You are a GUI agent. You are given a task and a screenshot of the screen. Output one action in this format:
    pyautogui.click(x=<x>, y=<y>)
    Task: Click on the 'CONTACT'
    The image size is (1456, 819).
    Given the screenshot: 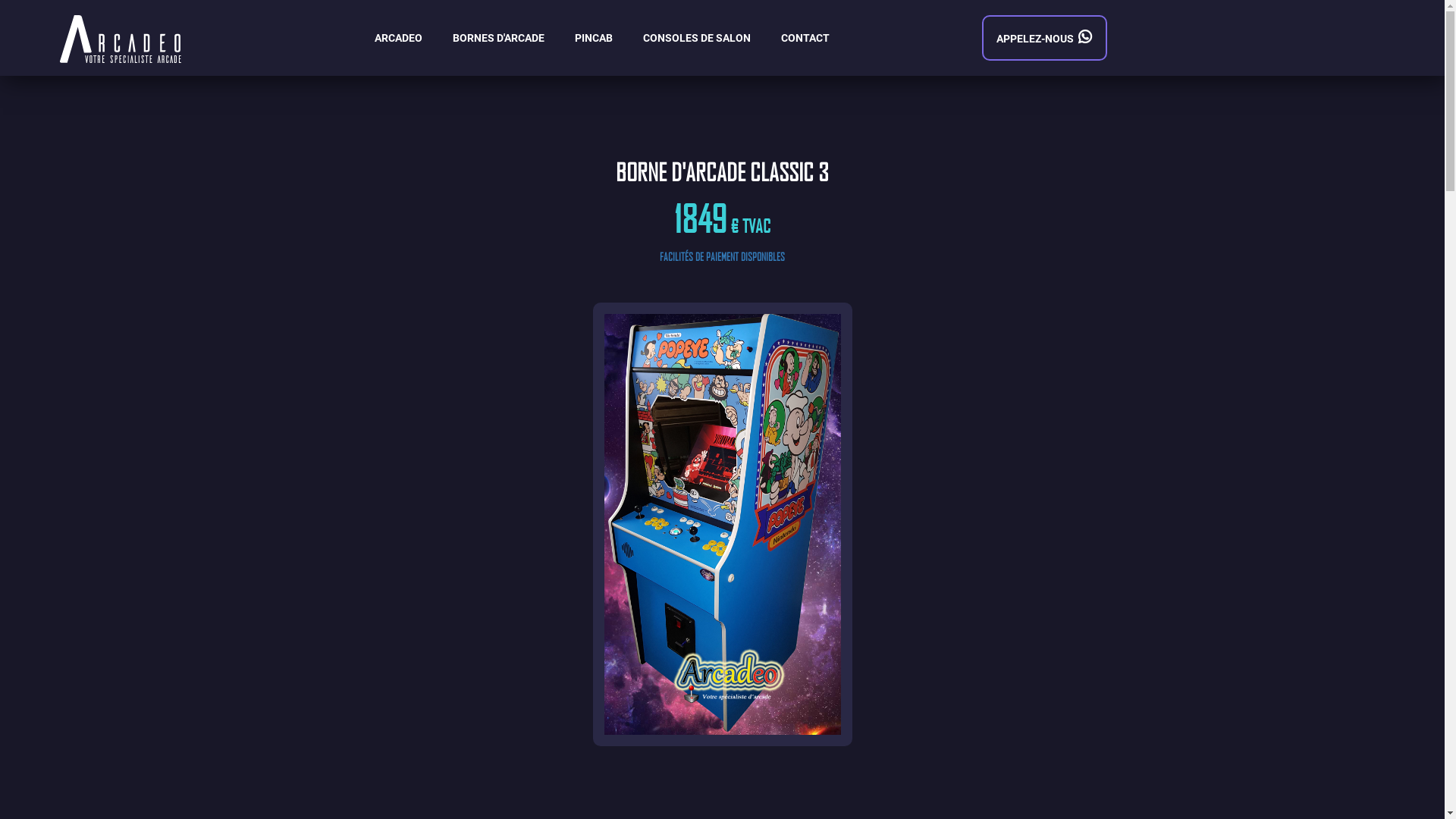 What is the action you would take?
    pyautogui.click(x=804, y=37)
    